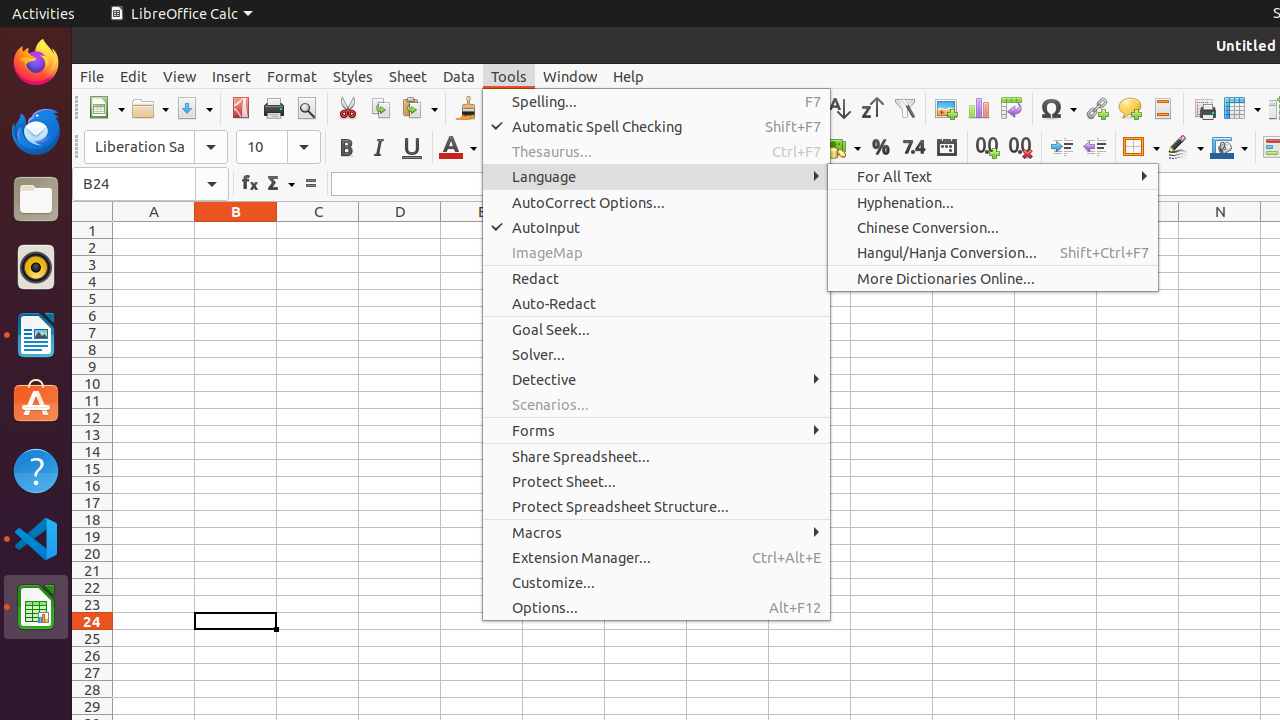 The height and width of the screenshot is (720, 1280). What do you see at coordinates (279, 183) in the screenshot?
I see `'Select Function'` at bounding box center [279, 183].